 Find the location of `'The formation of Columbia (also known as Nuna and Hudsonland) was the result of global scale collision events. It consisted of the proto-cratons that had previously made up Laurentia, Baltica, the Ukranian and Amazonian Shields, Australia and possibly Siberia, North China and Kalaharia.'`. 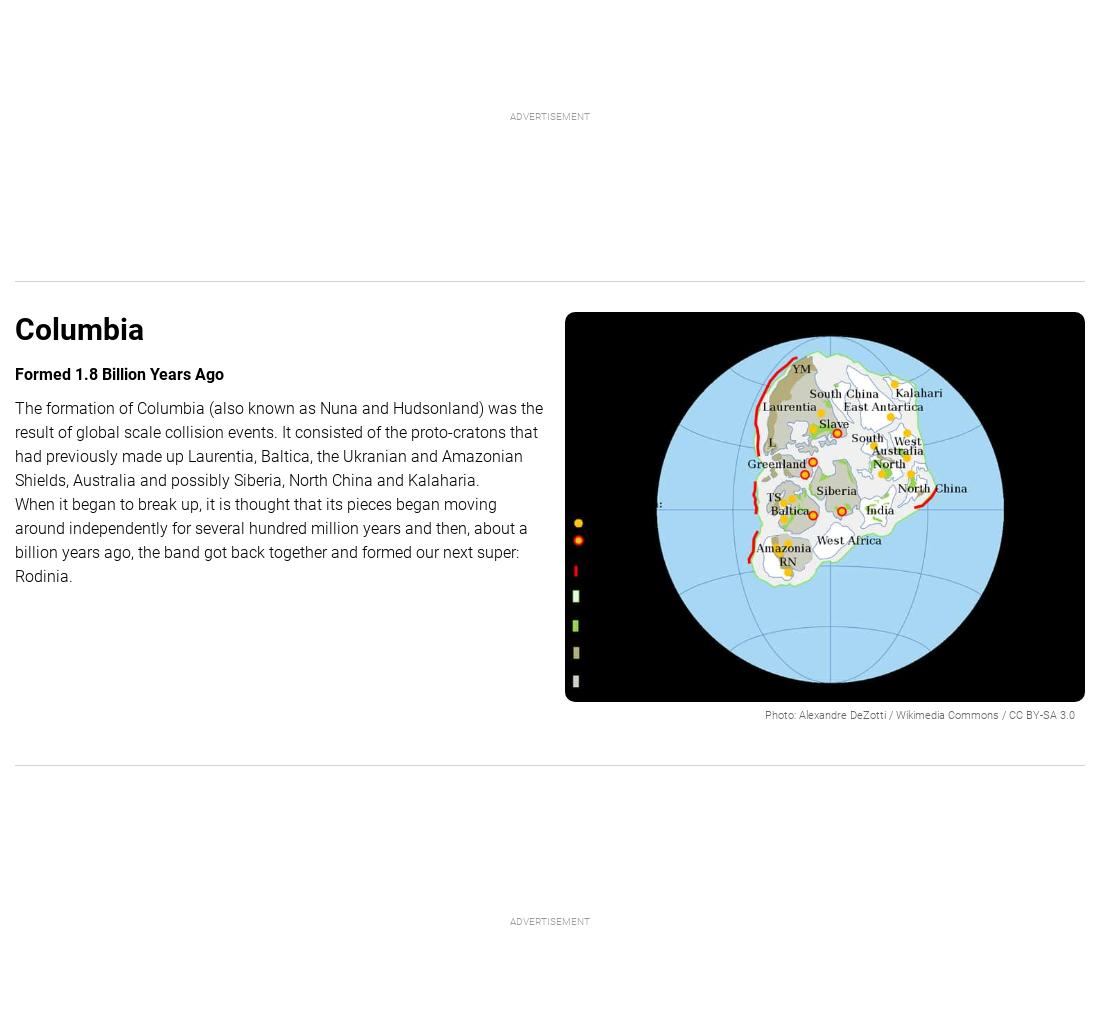

'The formation of Columbia (also known as Nuna and Hudsonland) was the result of global scale collision events. It consisted of the proto-cratons that had previously made up Laurentia, Baltica, the Ukranian and Amazonian Shields, Australia and possibly Siberia, North China and Kalaharia.' is located at coordinates (13, 444).